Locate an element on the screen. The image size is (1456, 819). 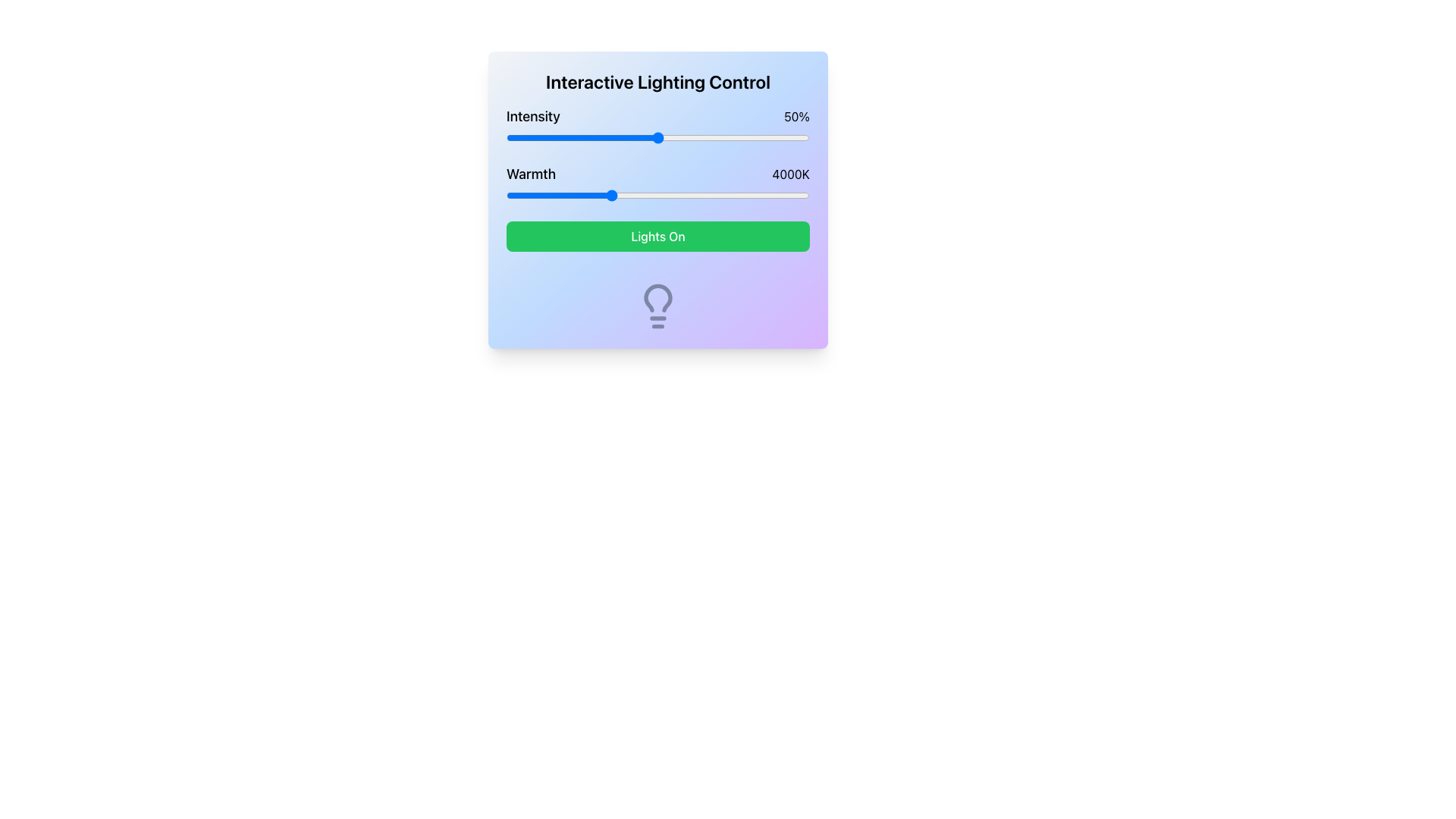
warmth is located at coordinates (745, 195).